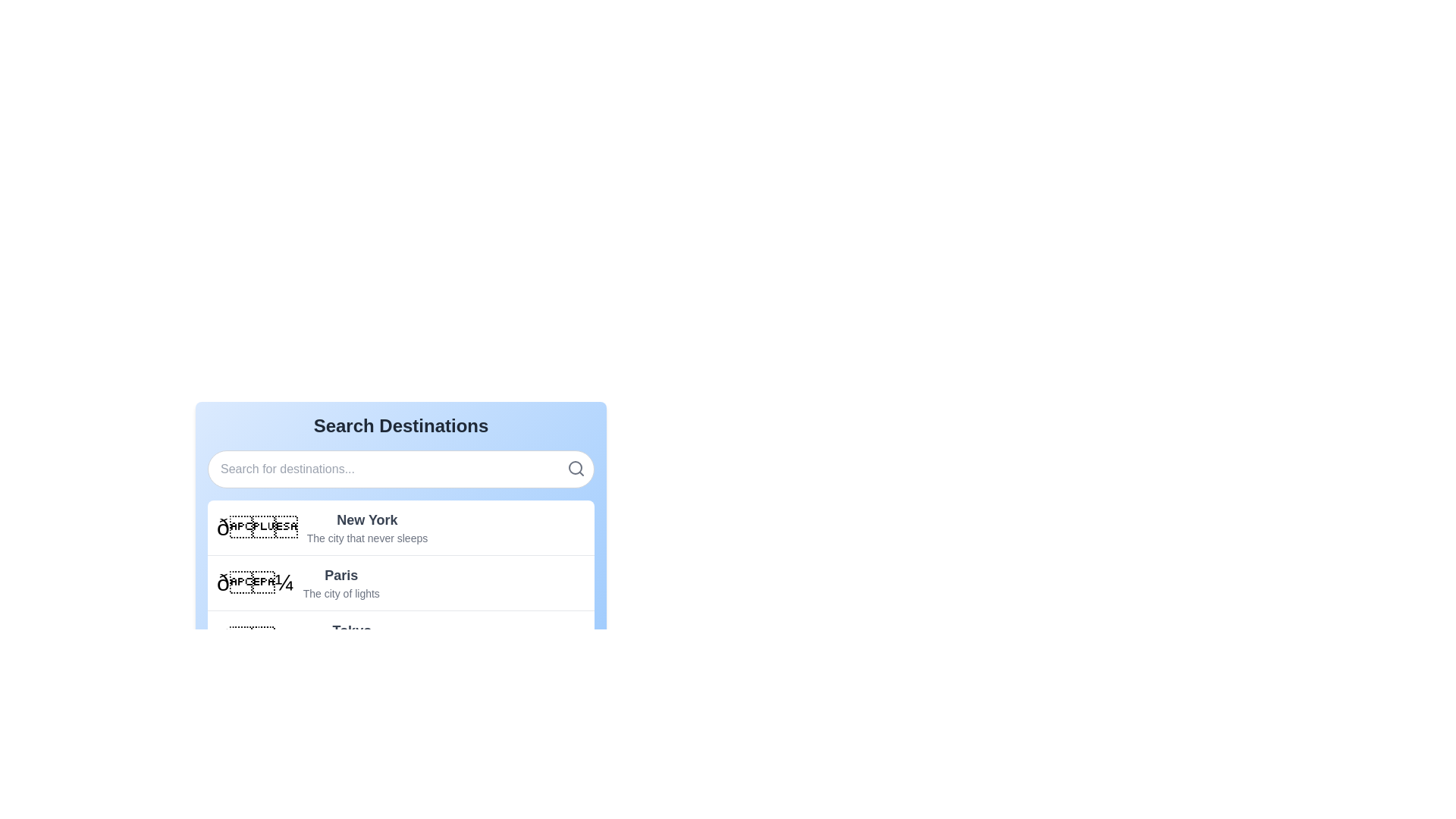 This screenshot has height=819, width=1456. What do you see at coordinates (400, 526) in the screenshot?
I see `the interactive list item labeled 'New York' with a globe emoji` at bounding box center [400, 526].